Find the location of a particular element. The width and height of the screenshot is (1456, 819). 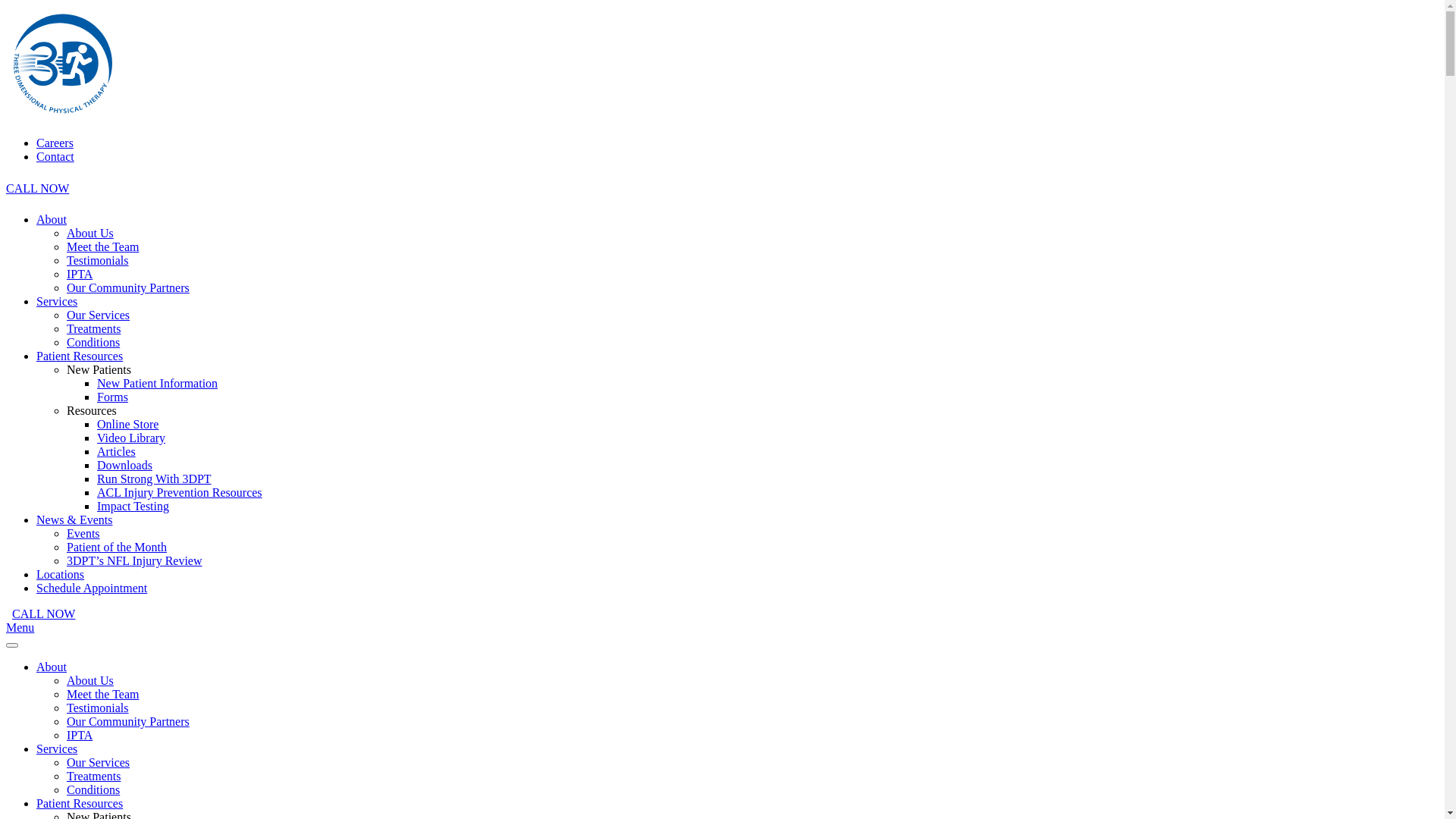

'Careers' is located at coordinates (55, 143).